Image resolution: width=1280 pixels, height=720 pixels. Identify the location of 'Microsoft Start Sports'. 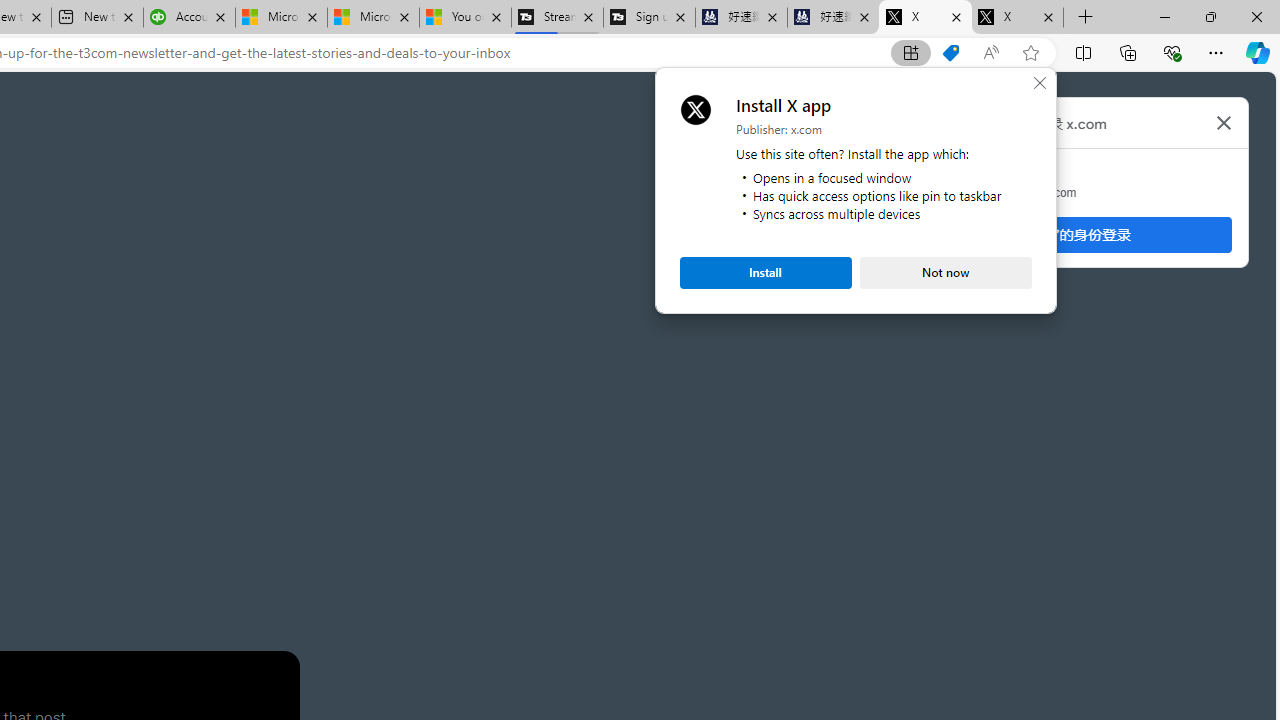
(279, 17).